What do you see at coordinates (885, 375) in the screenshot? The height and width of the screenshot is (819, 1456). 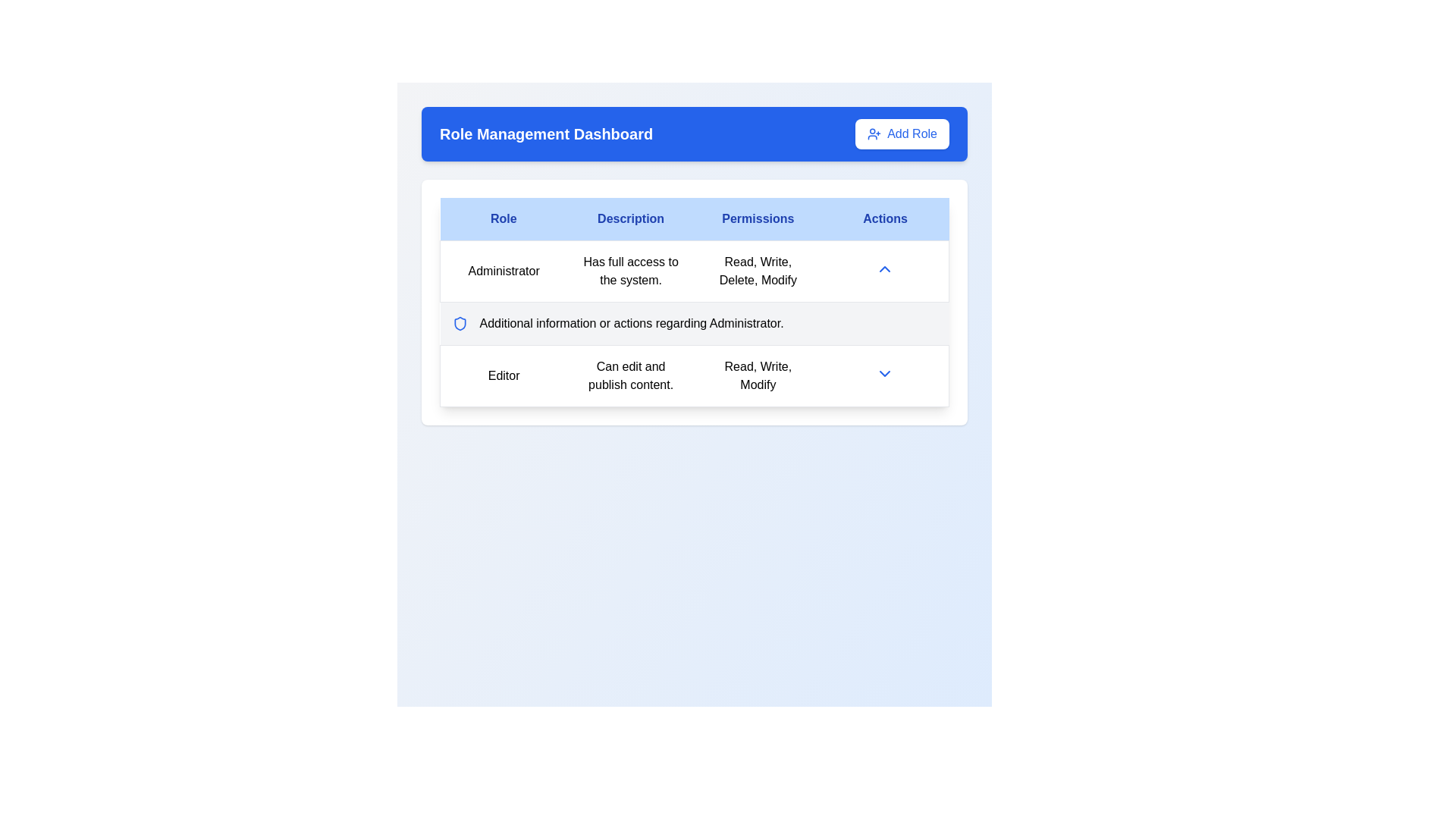 I see `the blue downward-facing arrow icon of the Dropdown toggle button located to the right of the 'Editor' row in the table` at bounding box center [885, 375].